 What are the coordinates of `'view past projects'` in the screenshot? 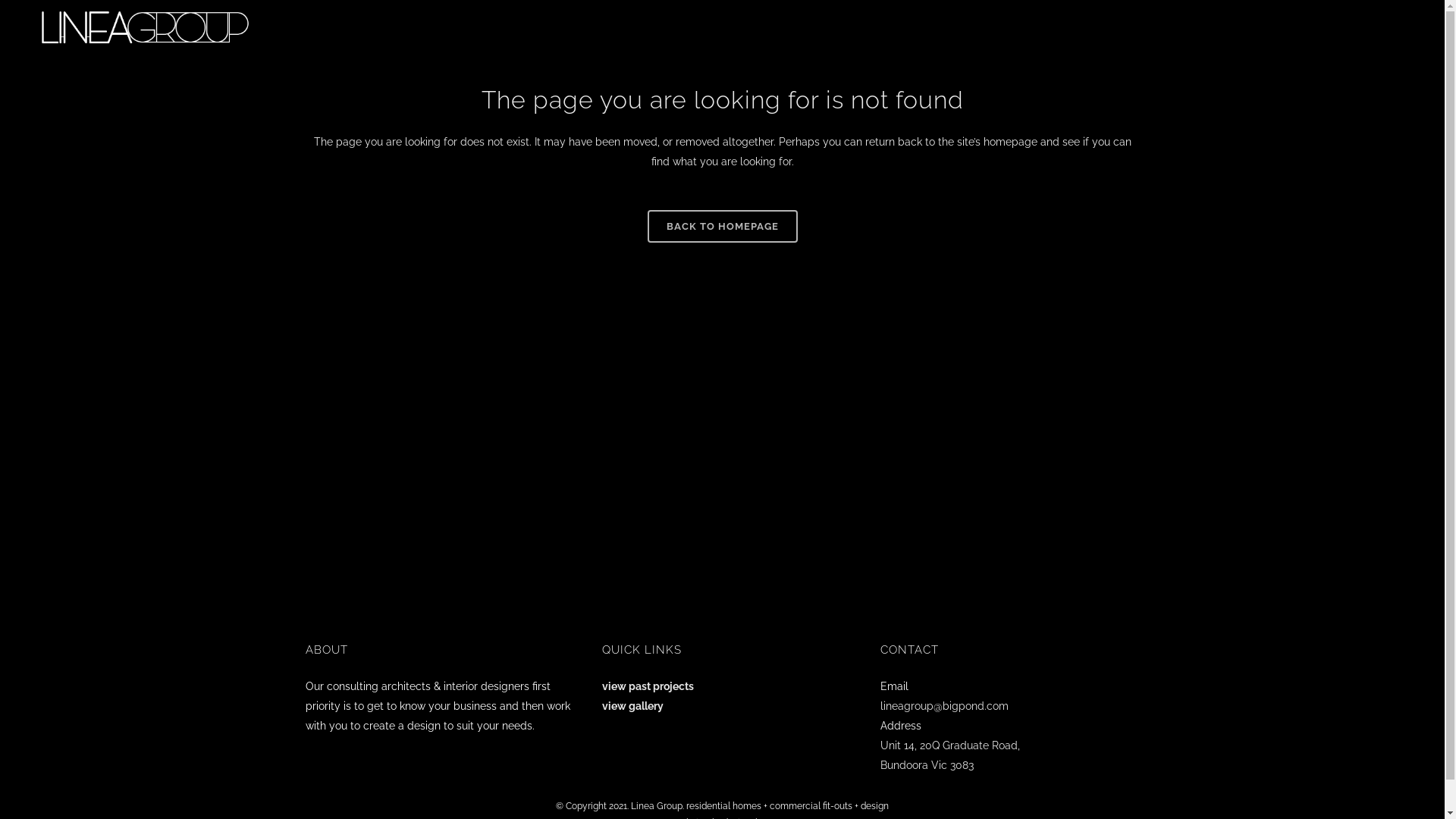 It's located at (648, 686).